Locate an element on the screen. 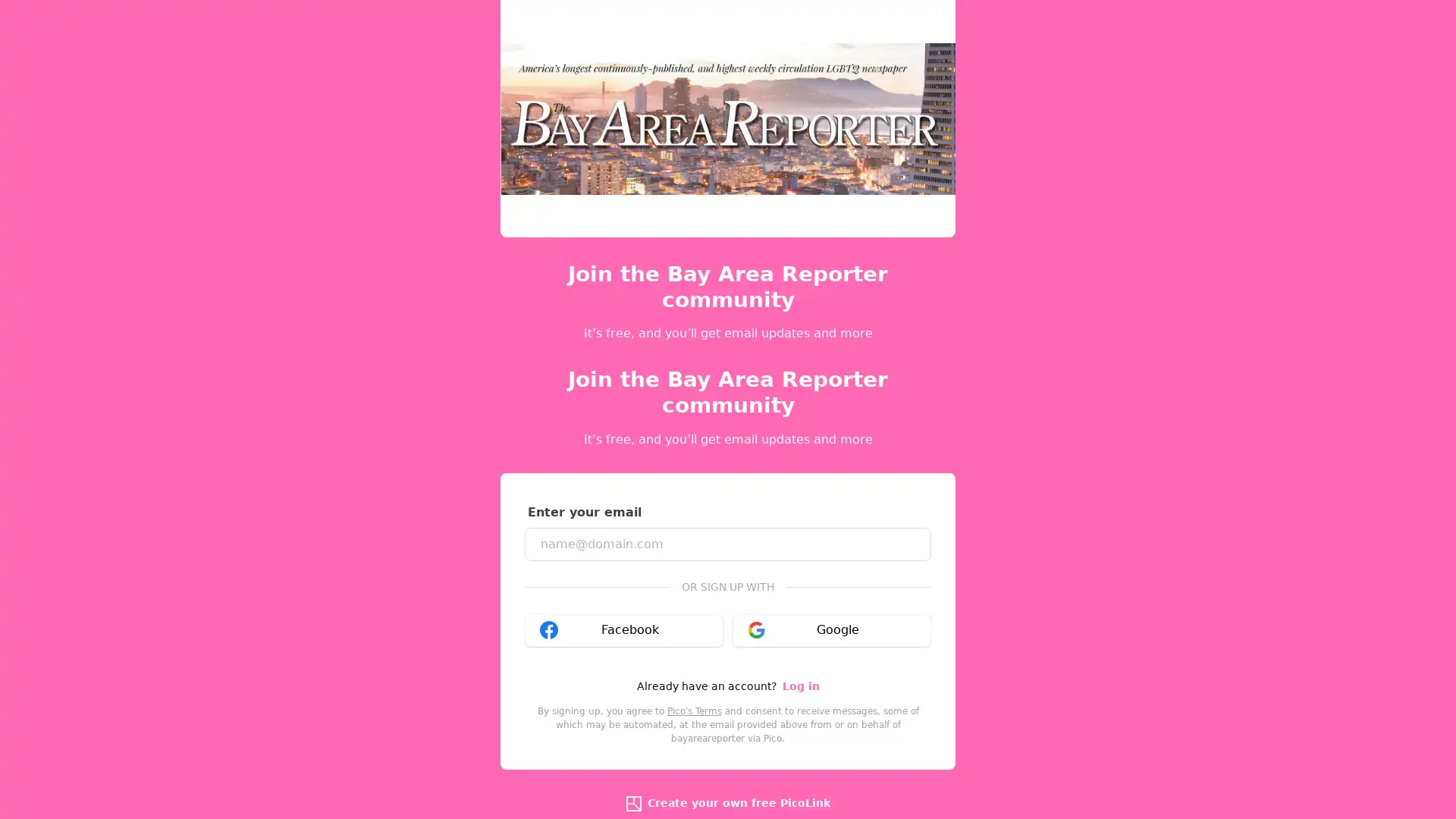  Sign up is located at coordinates (728, 684).